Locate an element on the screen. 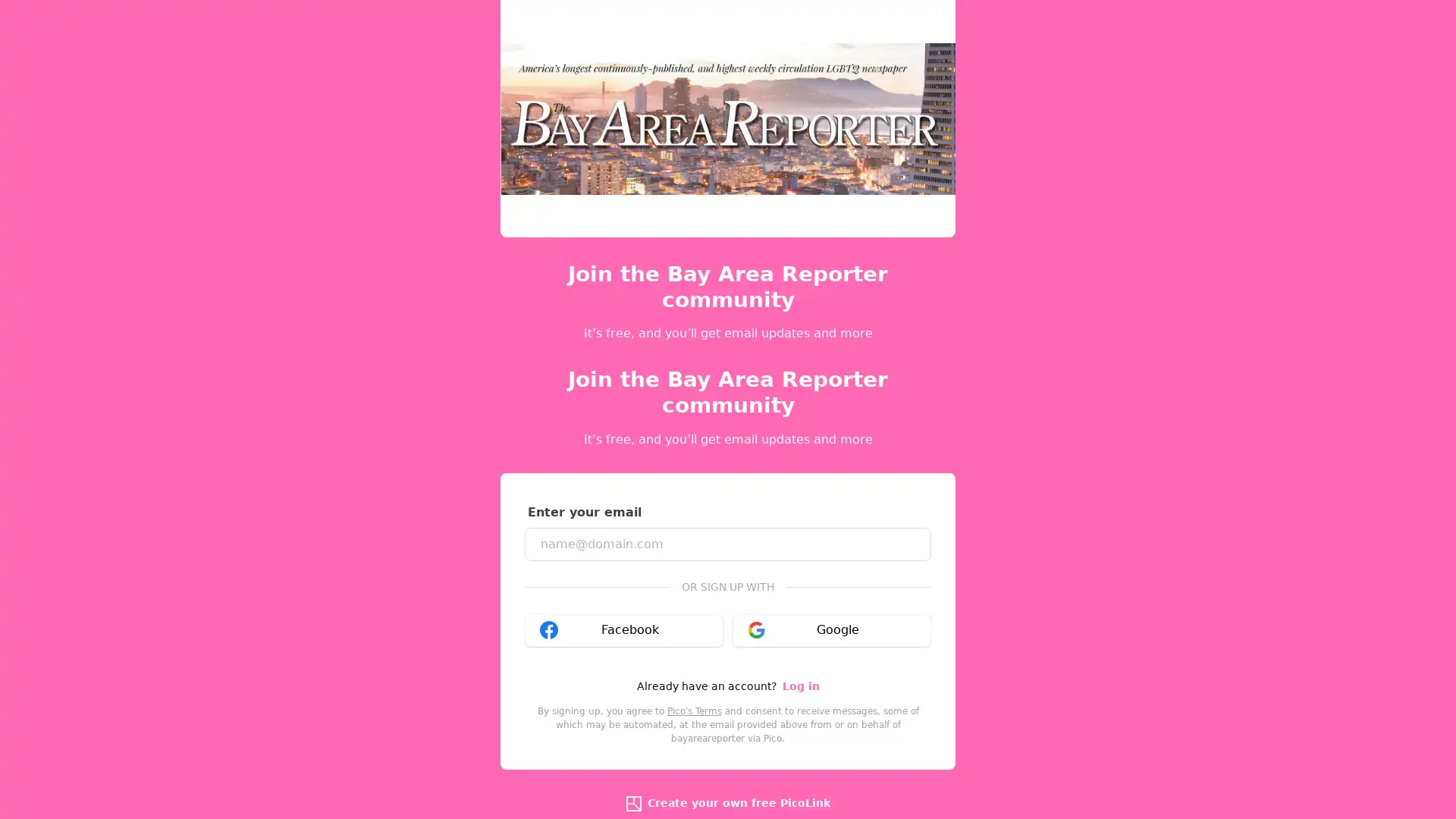  Sign up is located at coordinates (728, 684).